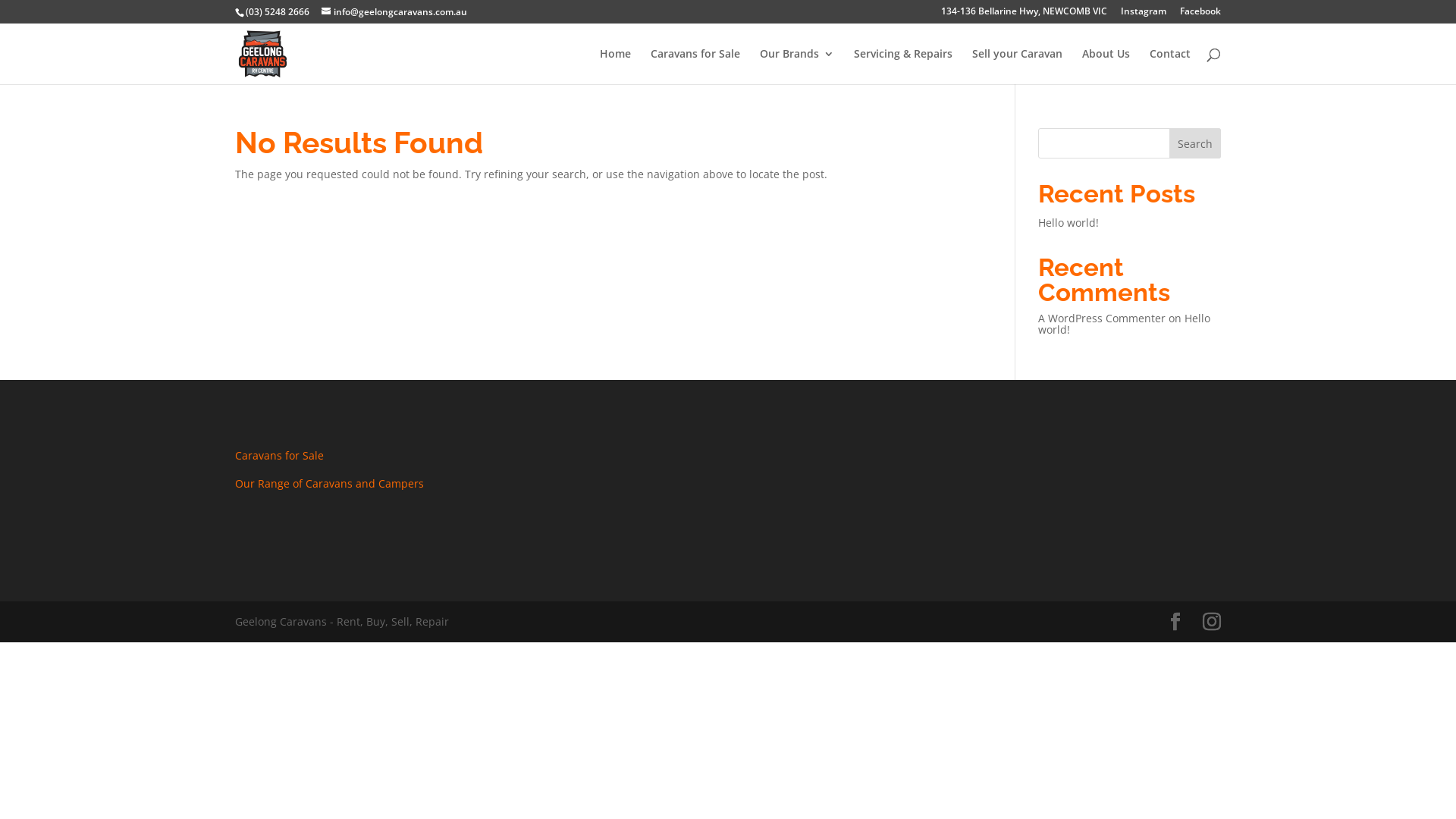 Image resolution: width=1456 pixels, height=819 pixels. I want to click on '134-136 Bellarine Hwy, NEWCOMB VIC', so click(1024, 14).